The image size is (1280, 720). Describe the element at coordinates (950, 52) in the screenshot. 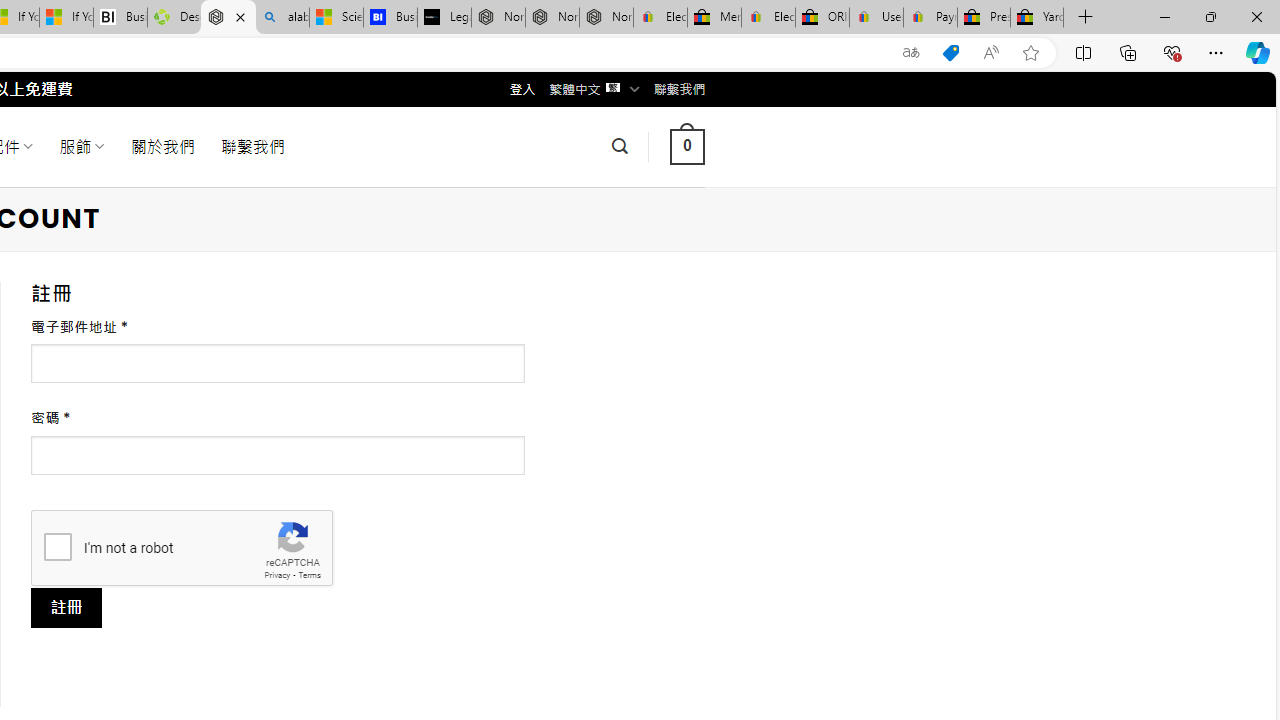

I see `'This site has coupons! Shopping in Microsoft Edge'` at that location.